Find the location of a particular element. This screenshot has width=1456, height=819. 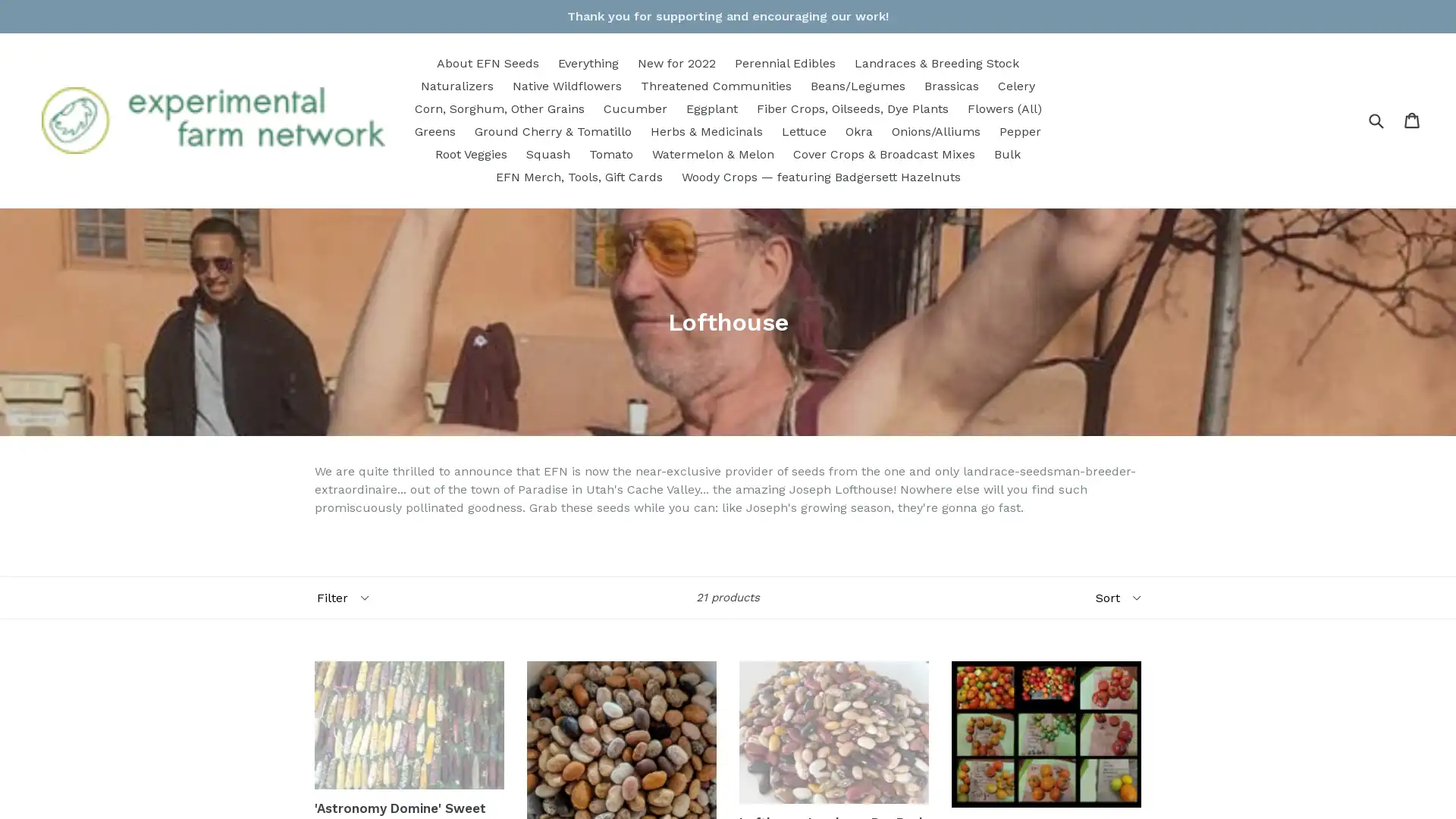

Submit is located at coordinates (1376, 119).